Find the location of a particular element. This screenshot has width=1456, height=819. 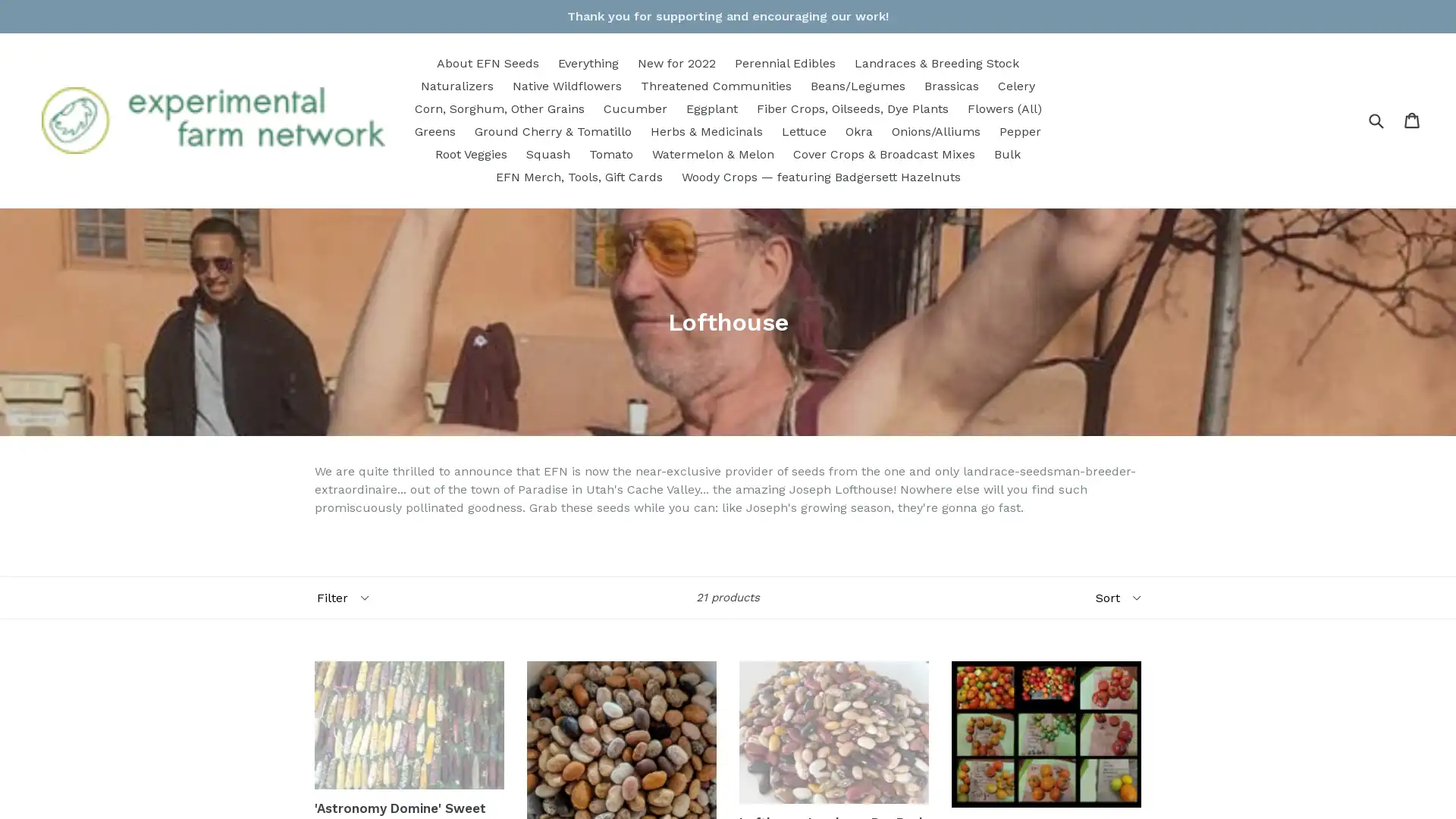

Submit is located at coordinates (1376, 119).